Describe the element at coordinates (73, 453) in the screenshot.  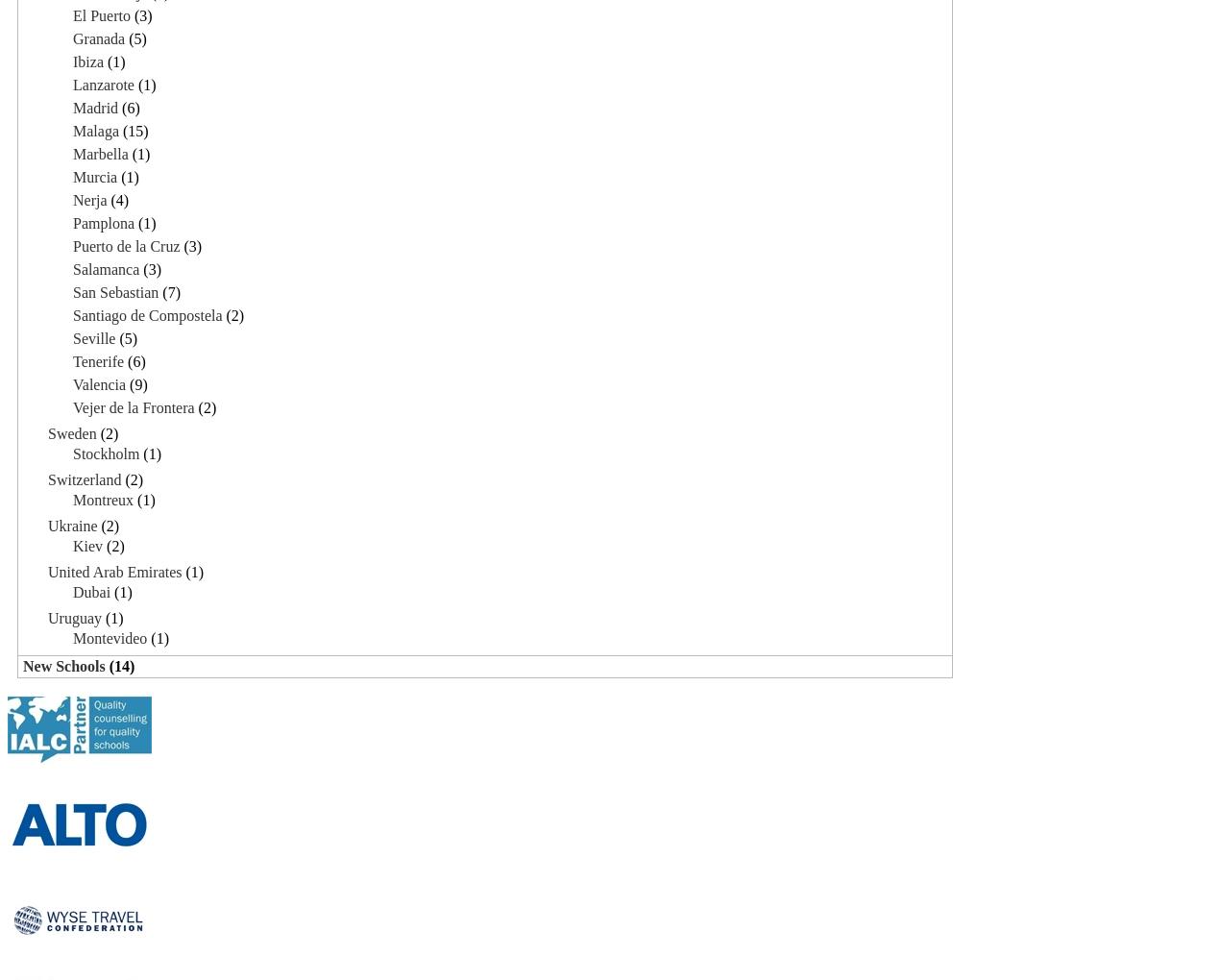
I see `'Stockholm'` at that location.